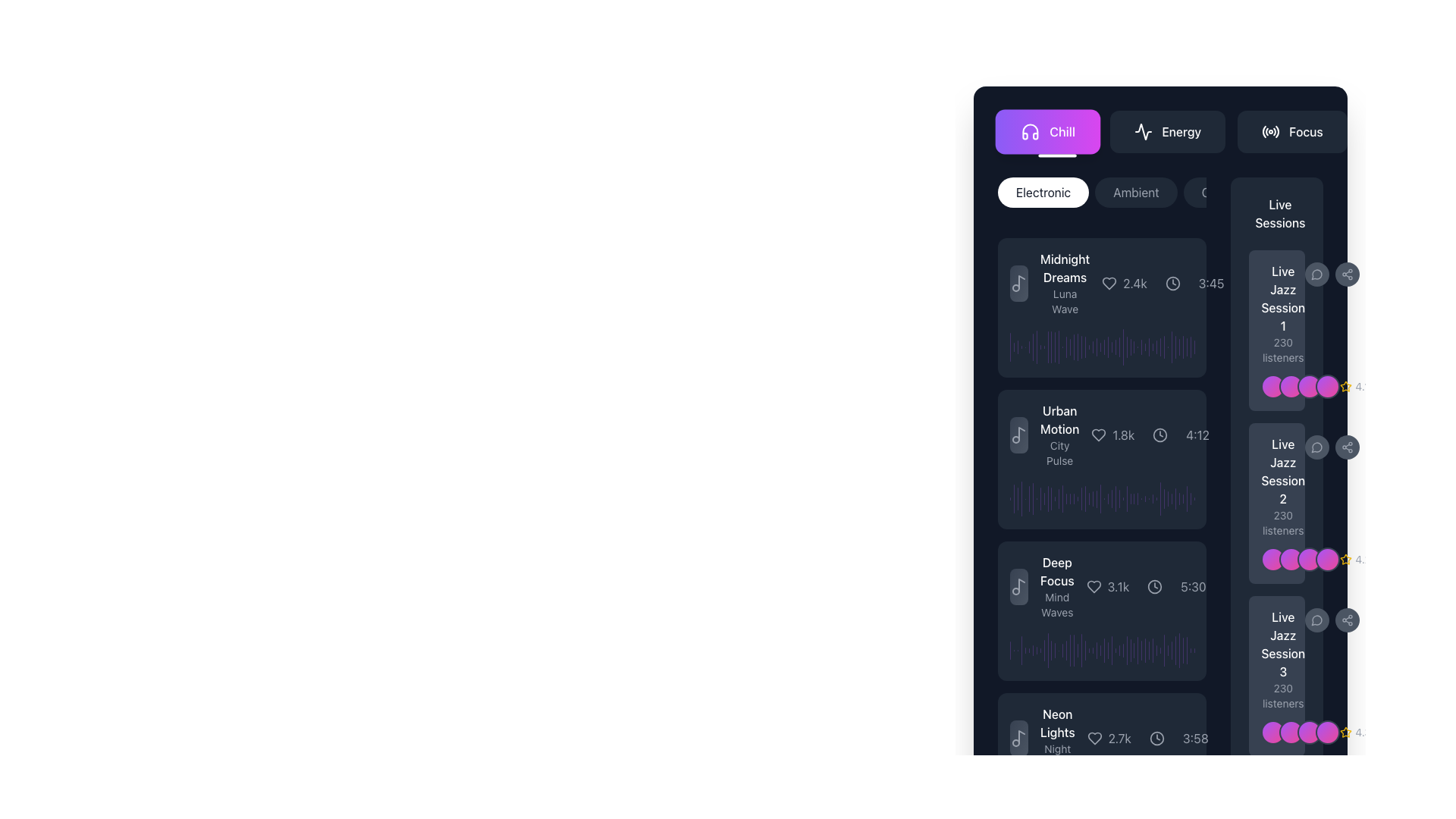  Describe the element at coordinates (1282, 644) in the screenshot. I see `the Text label for the live music session entry, which is located in the rightmost column of the interface, within the 'Live Sessions' section, positioned below 'Live Jazz Session 2' and above '230 listeners.'` at that location.